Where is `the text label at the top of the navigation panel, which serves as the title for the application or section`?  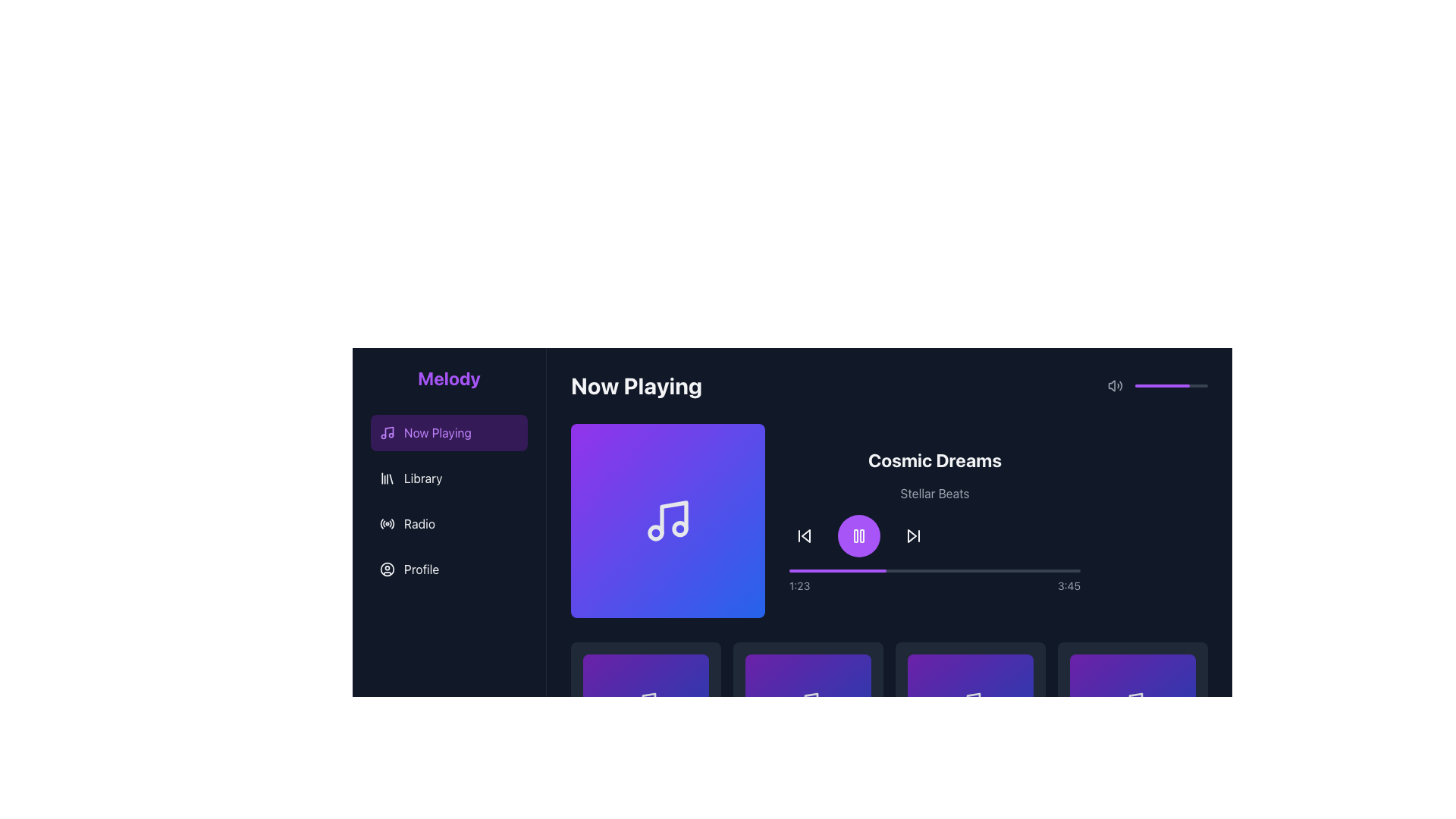 the text label at the top of the navigation panel, which serves as the title for the application or section is located at coordinates (448, 377).